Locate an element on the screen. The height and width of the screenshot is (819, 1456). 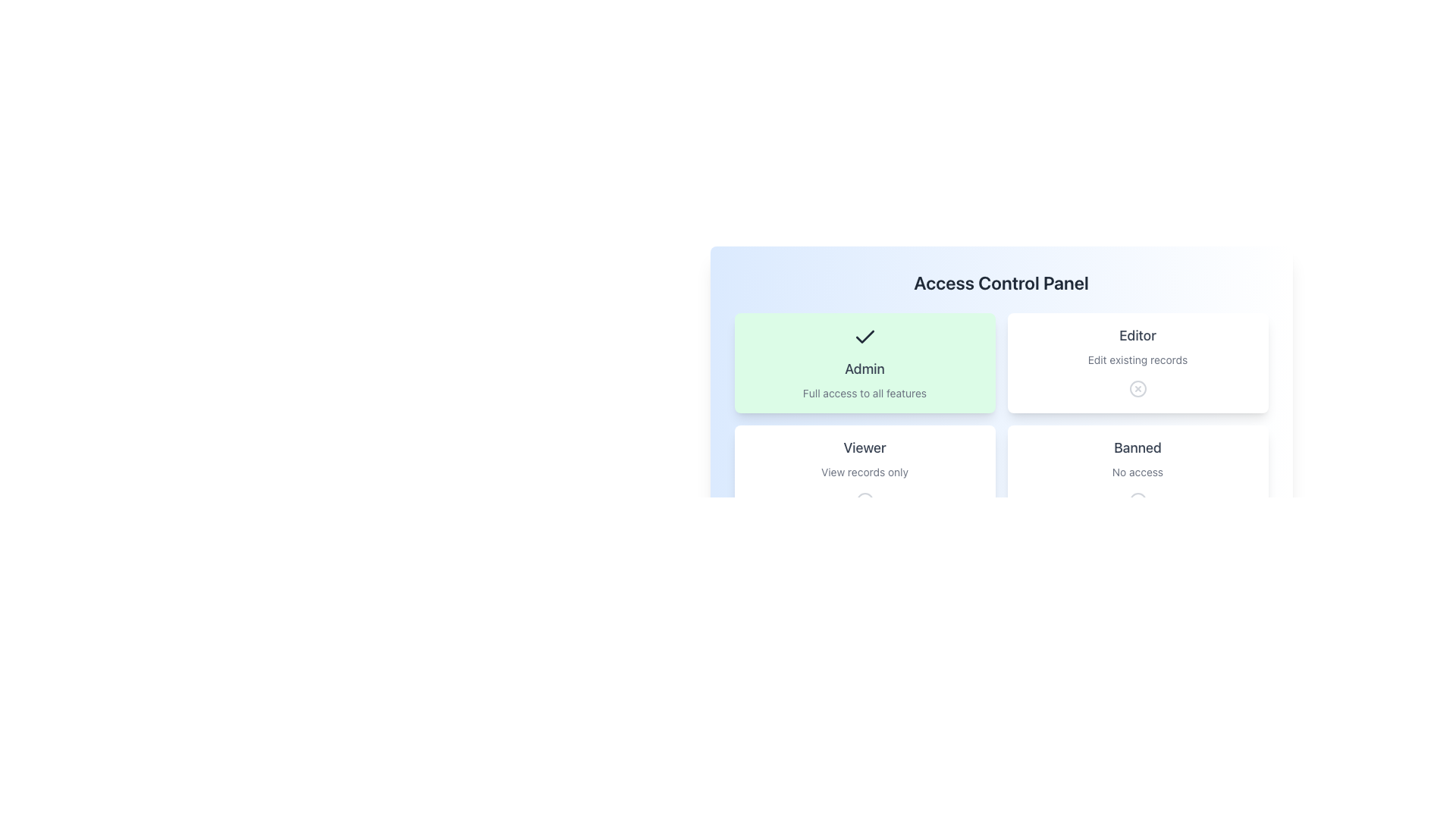
the text label that reads 'Full access to all features', which is styled with a small font size, light gray text color, and centered alignment, located below the 'Admin' label within a light green box is located at coordinates (864, 393).